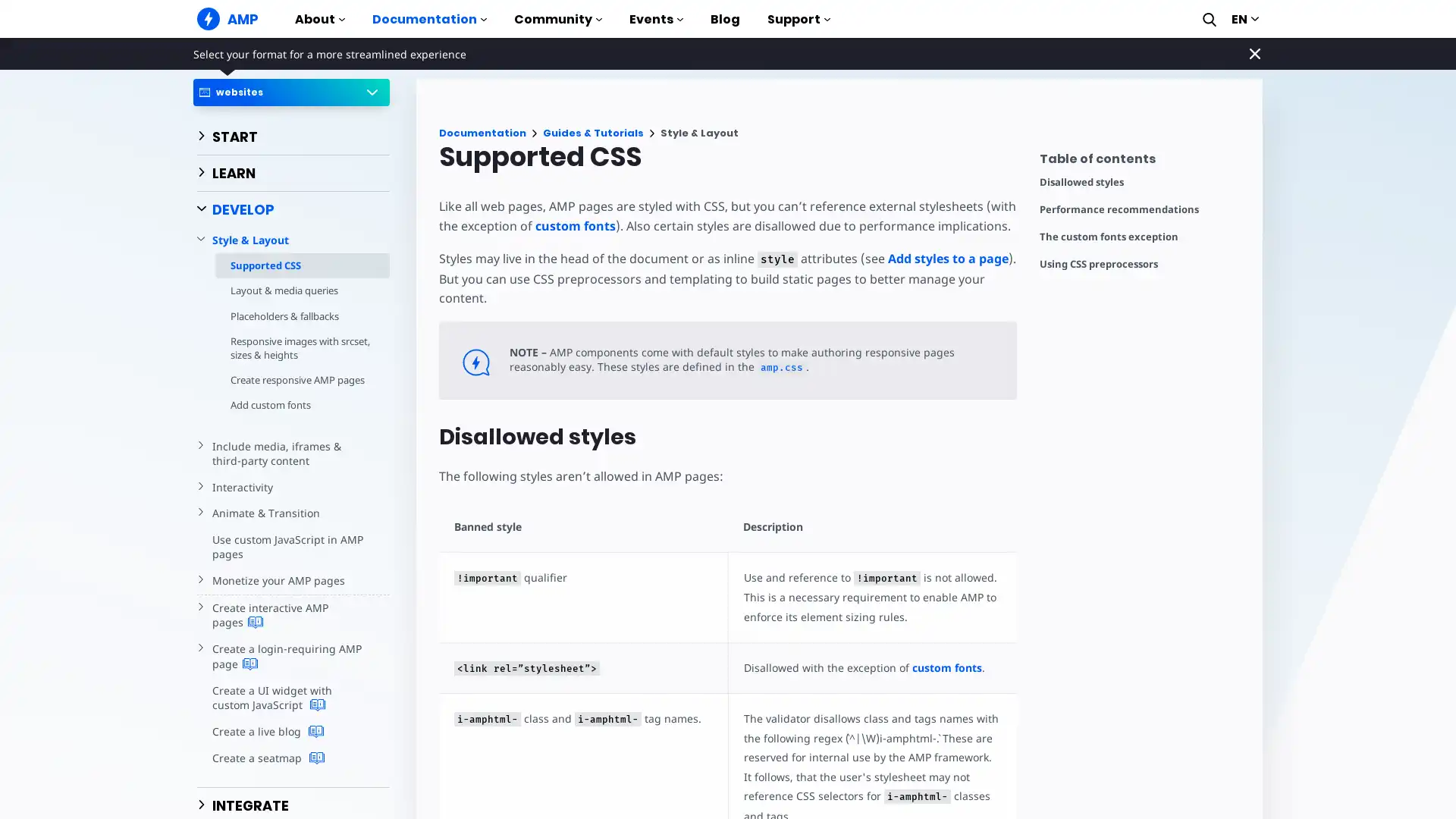 This screenshot has height=819, width=1456. What do you see at coordinates (1208, 18) in the screenshot?
I see `Search` at bounding box center [1208, 18].